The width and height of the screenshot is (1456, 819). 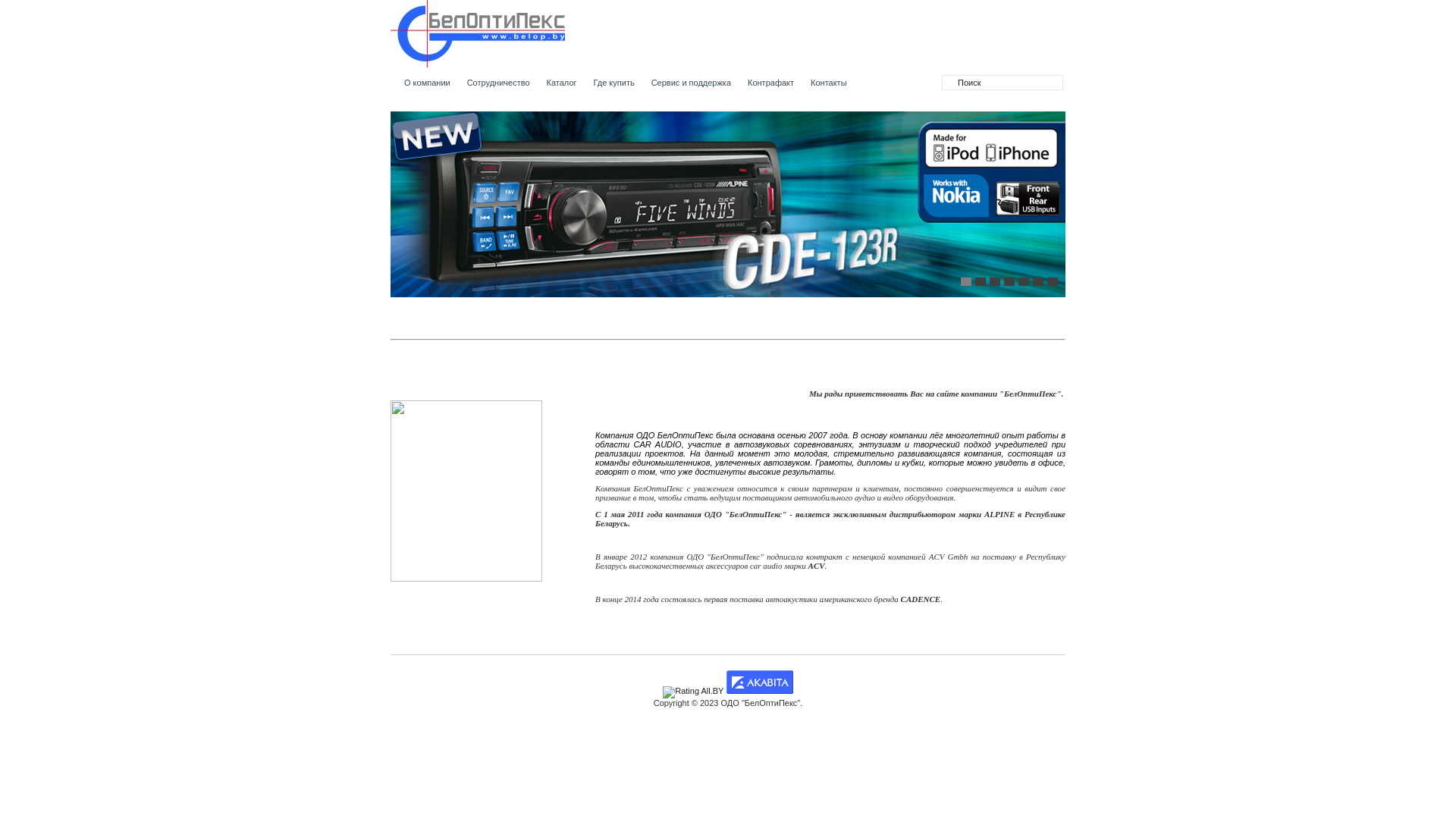 What do you see at coordinates (1009, 281) in the screenshot?
I see `'4'` at bounding box center [1009, 281].